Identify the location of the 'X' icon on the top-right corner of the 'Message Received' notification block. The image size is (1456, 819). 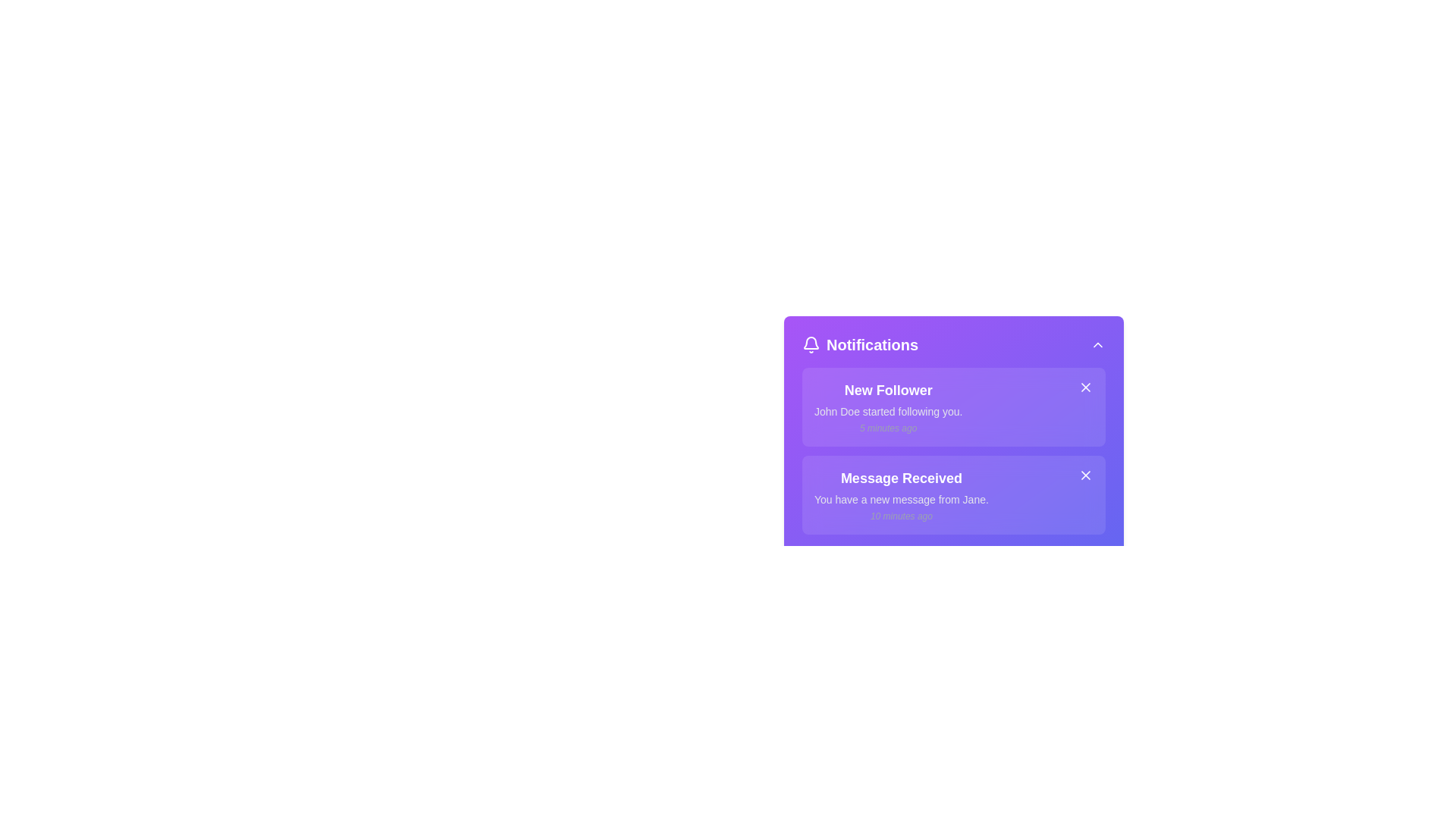
(1084, 475).